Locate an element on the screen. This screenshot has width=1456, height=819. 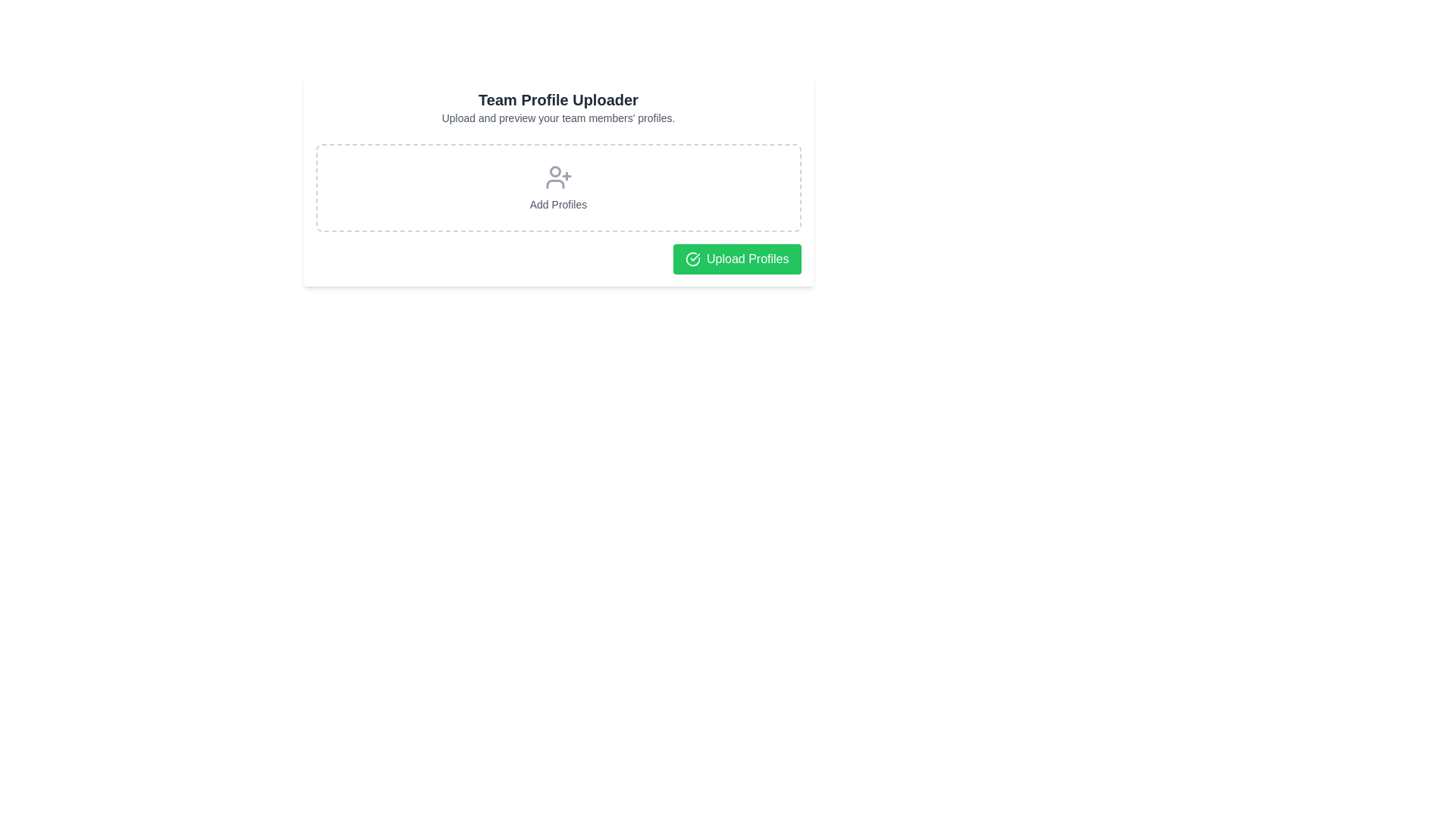
the SVG graphic icon that serves as a visual indicator to add profiles, located above the 'Add Profiles' text is located at coordinates (557, 177).